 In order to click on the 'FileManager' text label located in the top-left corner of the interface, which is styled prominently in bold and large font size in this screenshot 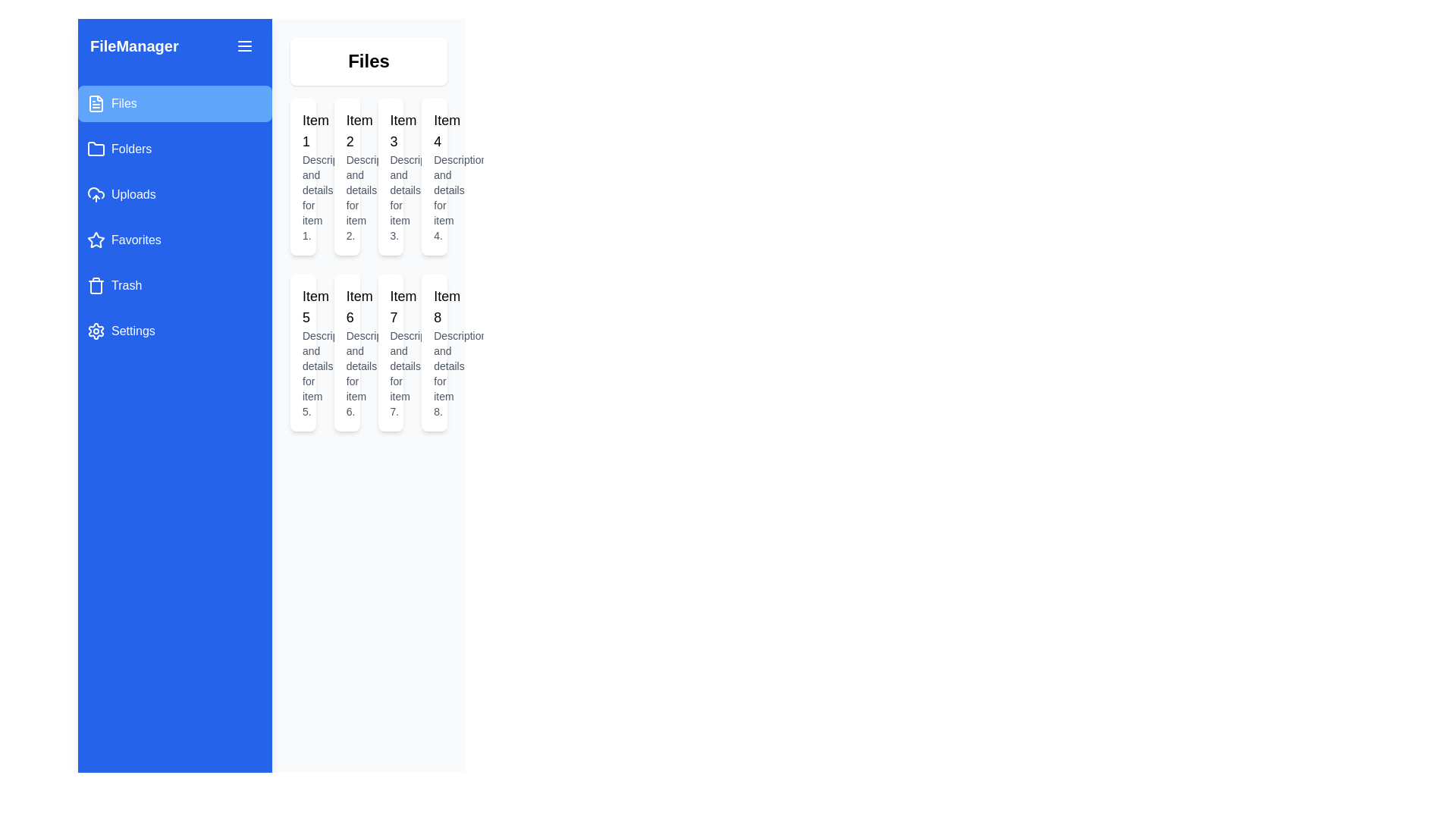, I will do `click(134, 45)`.